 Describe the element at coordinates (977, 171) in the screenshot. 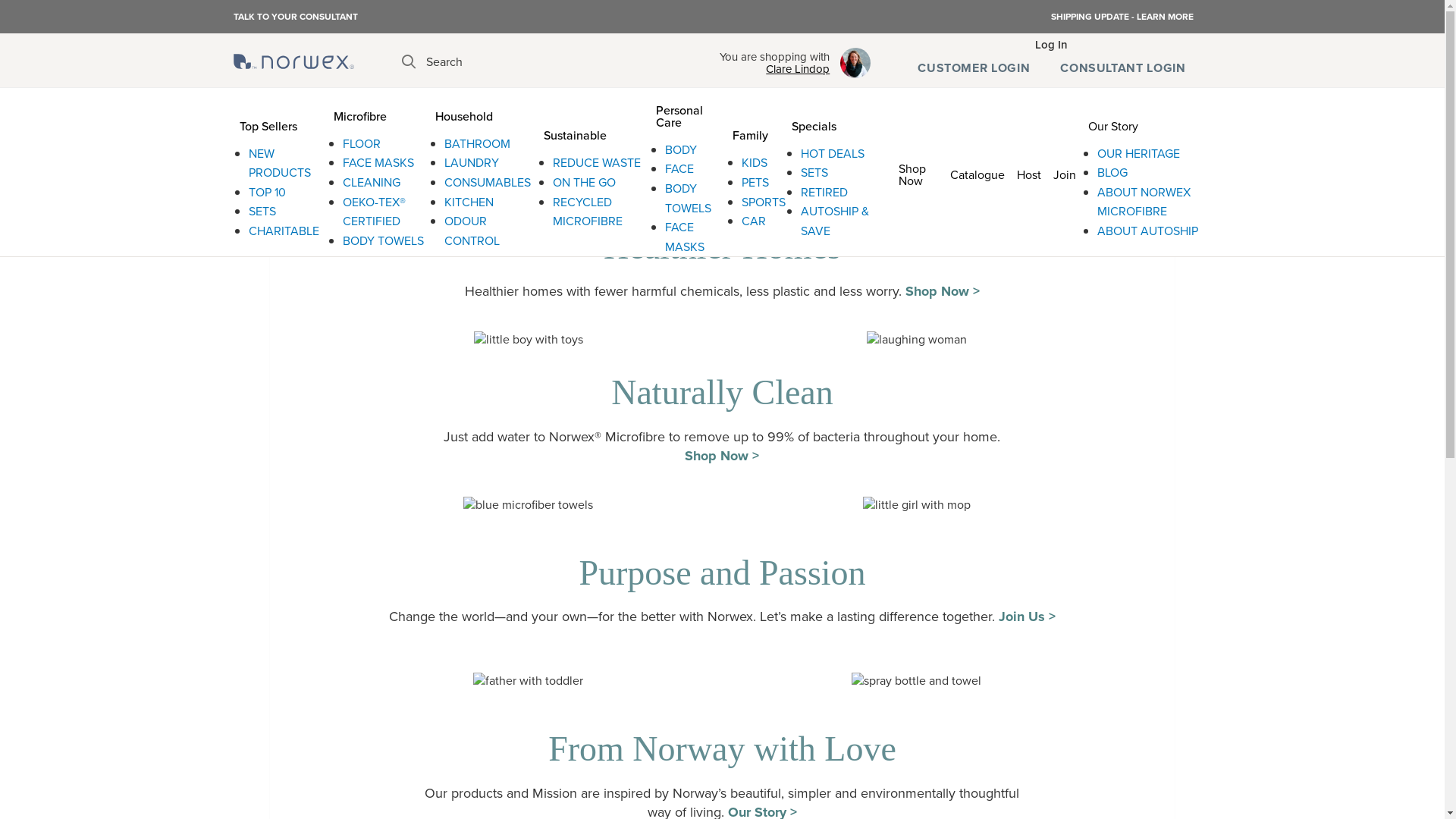

I see `'Catalogue'` at that location.